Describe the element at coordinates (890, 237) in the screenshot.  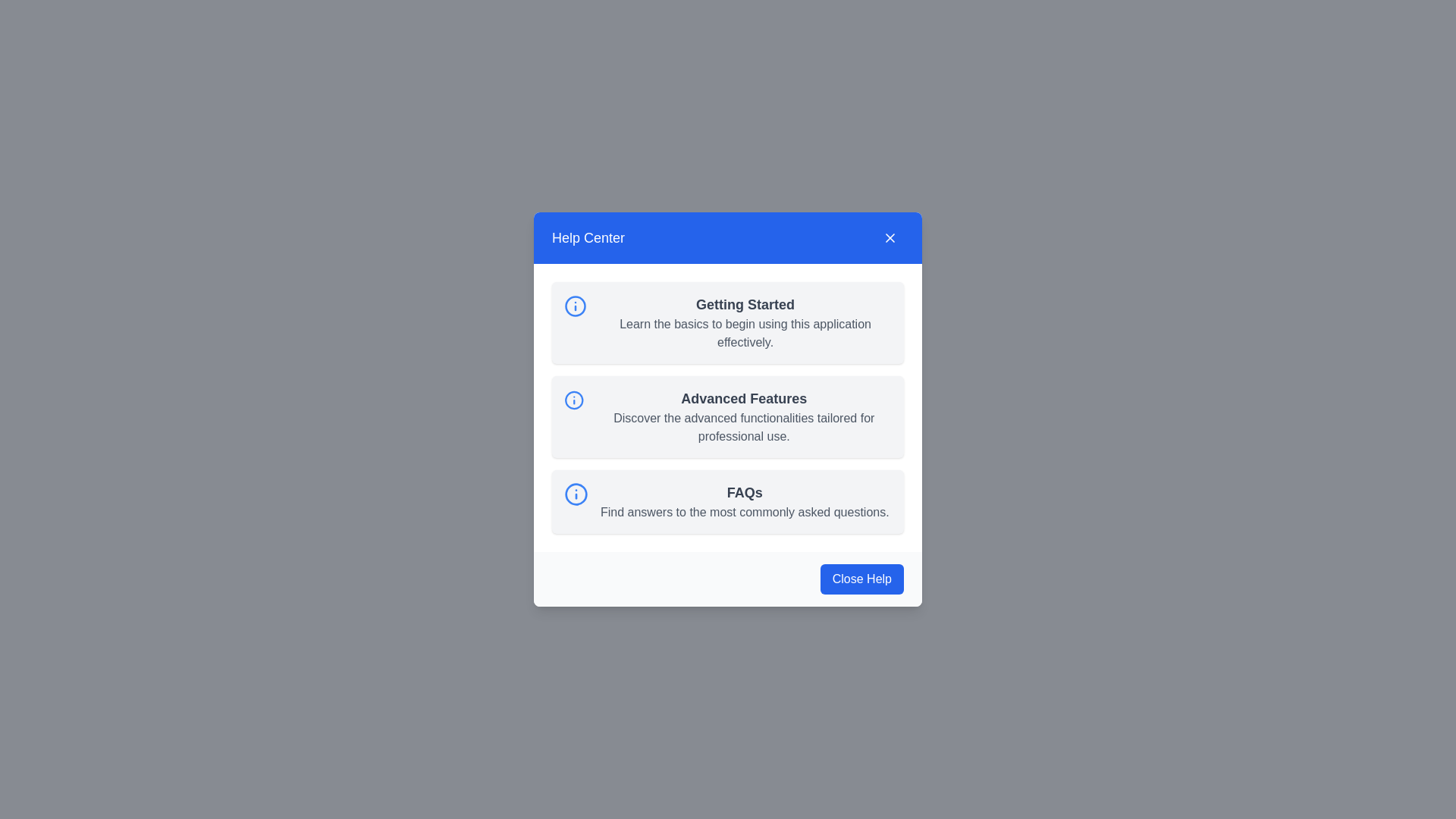
I see `the close button located at the top-right corner of the 'Help Center' dialog box` at that location.